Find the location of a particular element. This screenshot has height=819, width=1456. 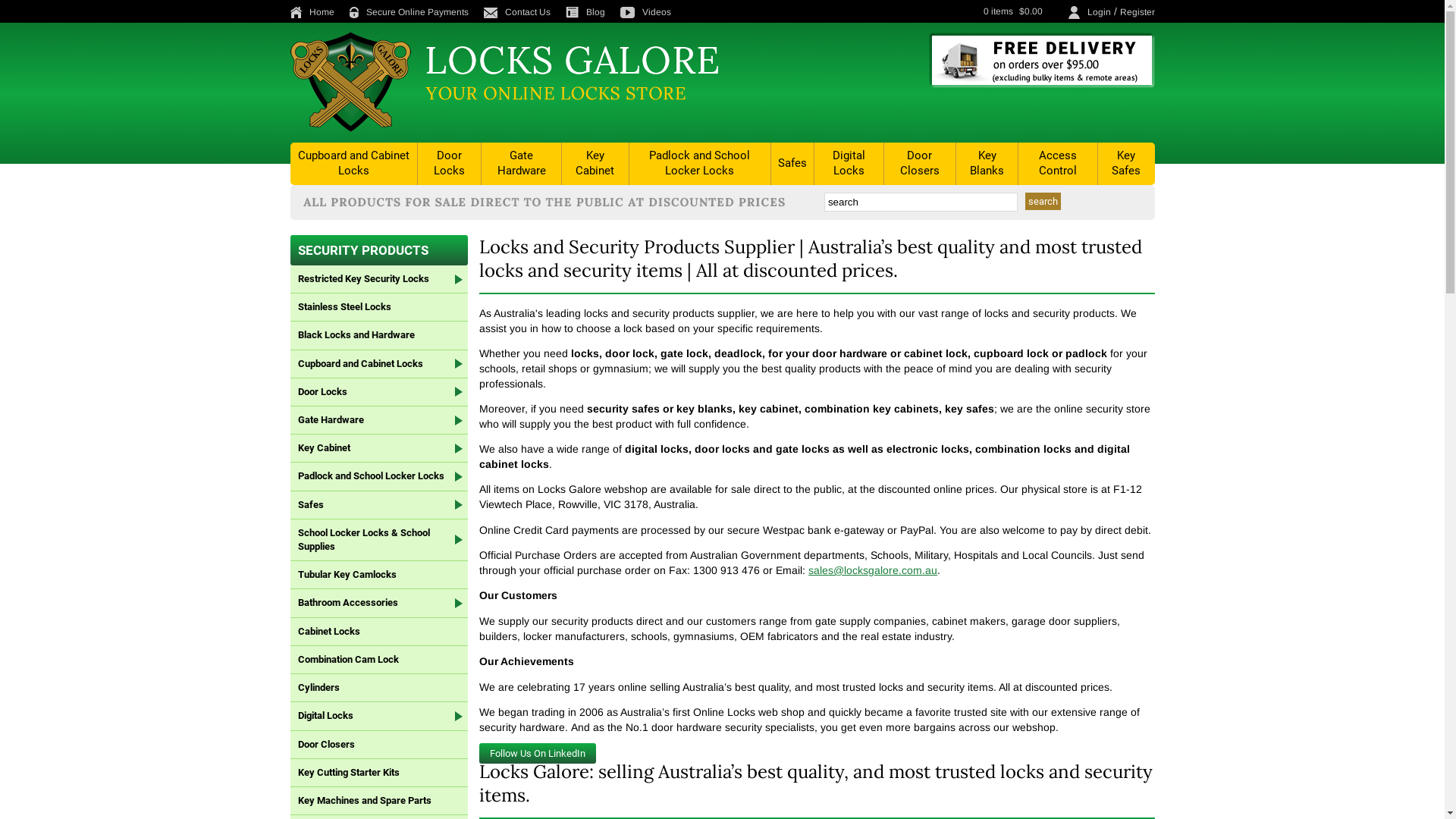

'Safes' is located at coordinates (792, 164).